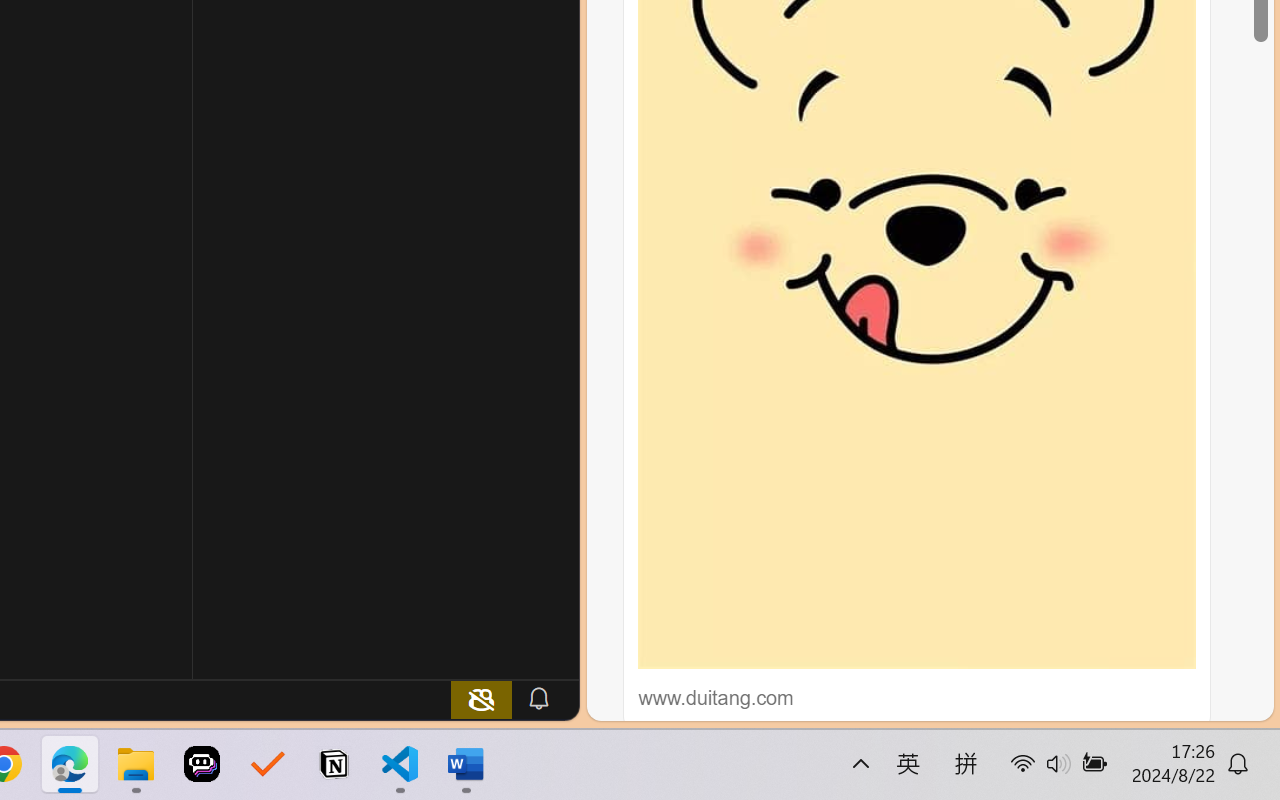 The width and height of the screenshot is (1280, 800). I want to click on 'copilot-notconnected, Copilot error (click for details)', so click(481, 698).